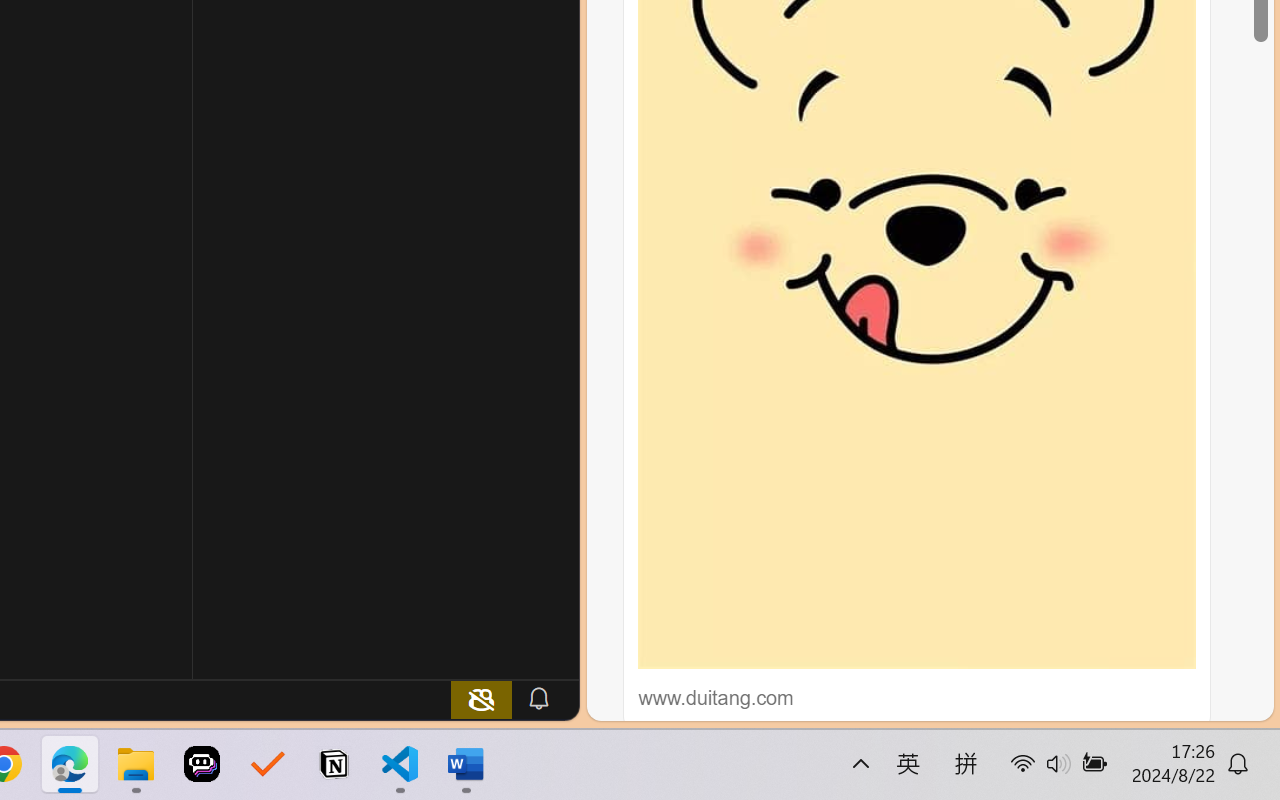 The width and height of the screenshot is (1280, 800). I want to click on 'copilot-notconnected, Copilot error (click for details)', so click(481, 698).